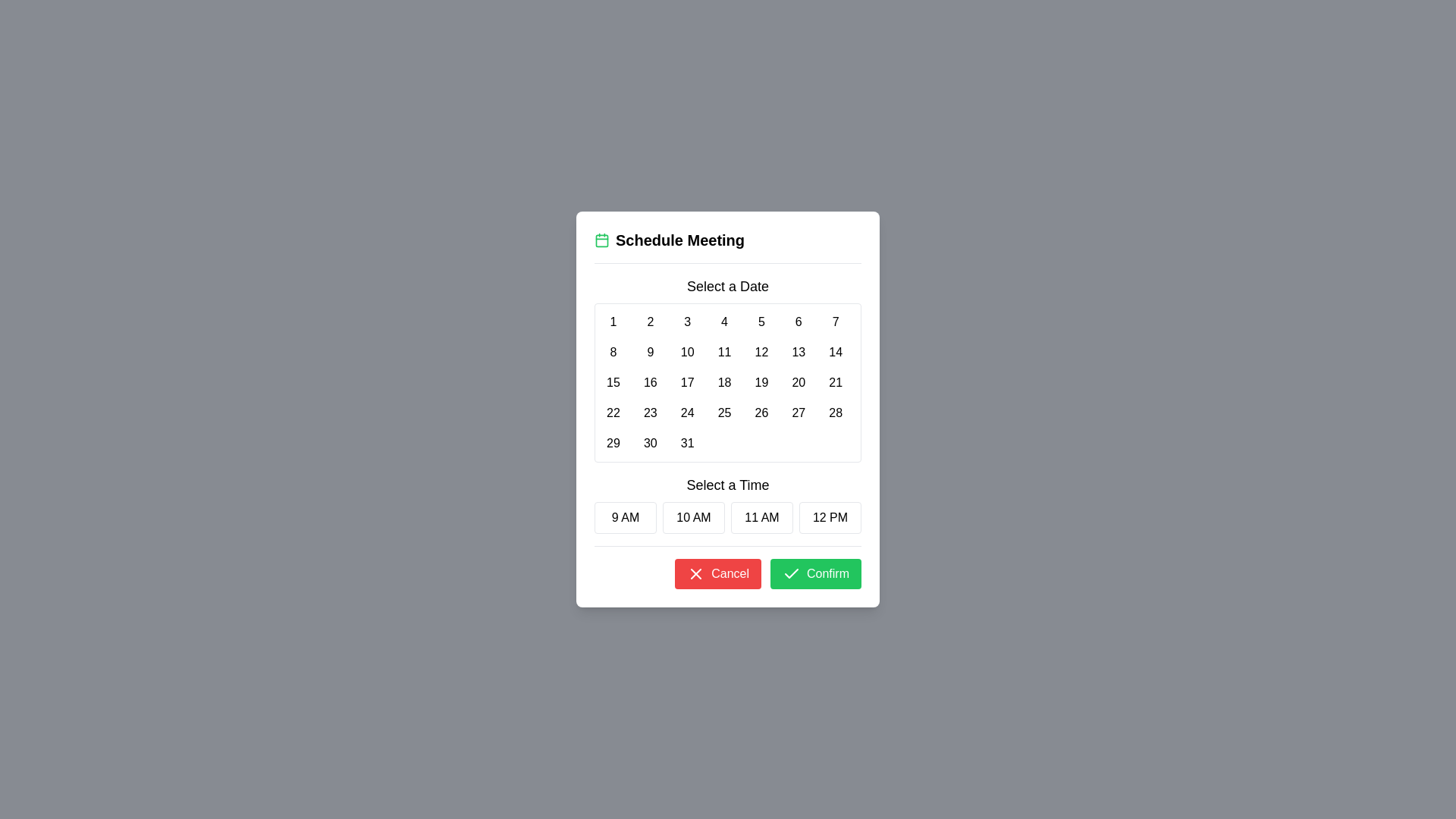 The width and height of the screenshot is (1456, 819). What do you see at coordinates (728, 382) in the screenshot?
I see `the specific date within the calendar grid located below the 'Select a Date' header and above the 'Select a Time' section` at bounding box center [728, 382].